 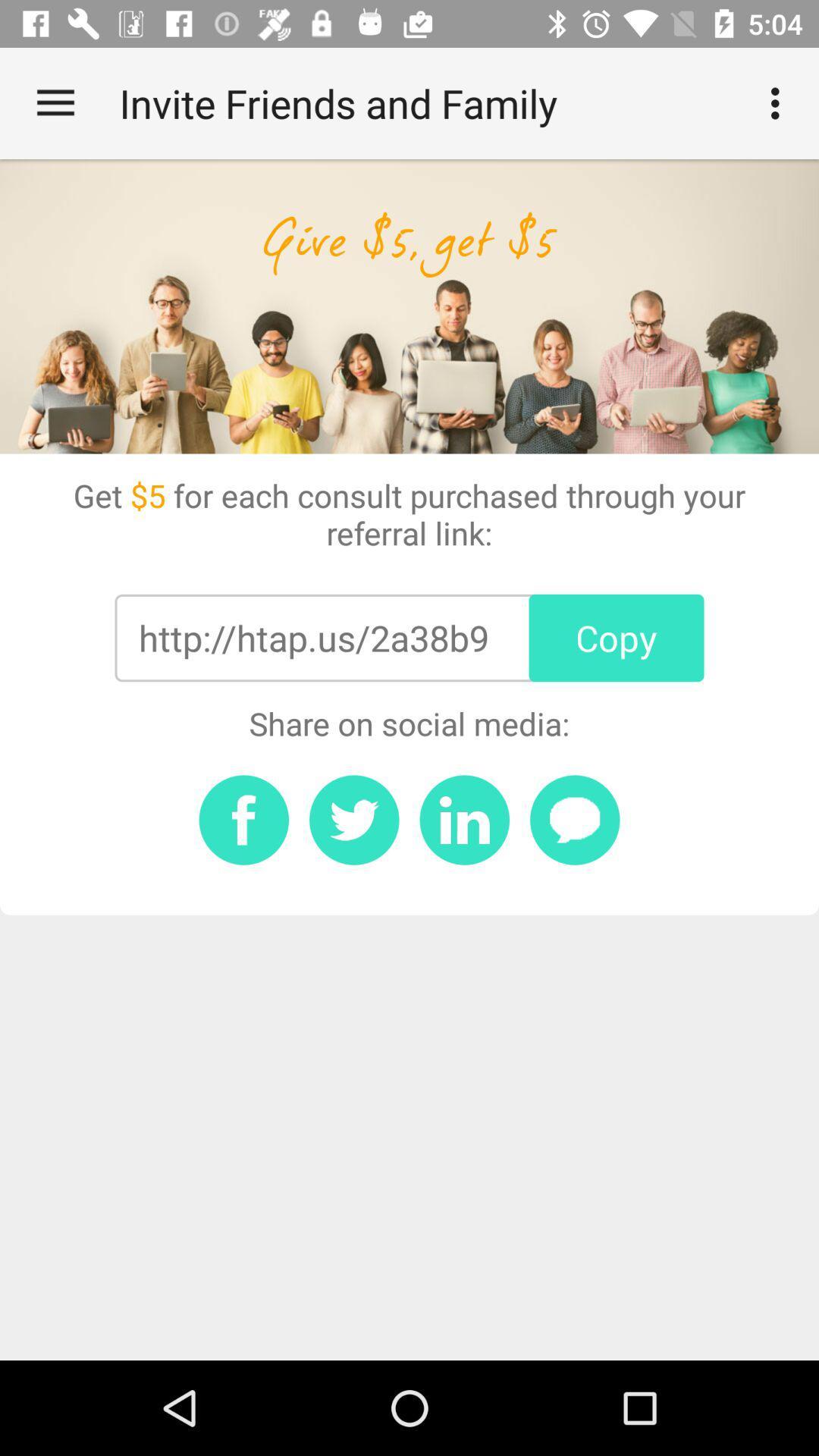 I want to click on http htap us item, so click(x=312, y=638).